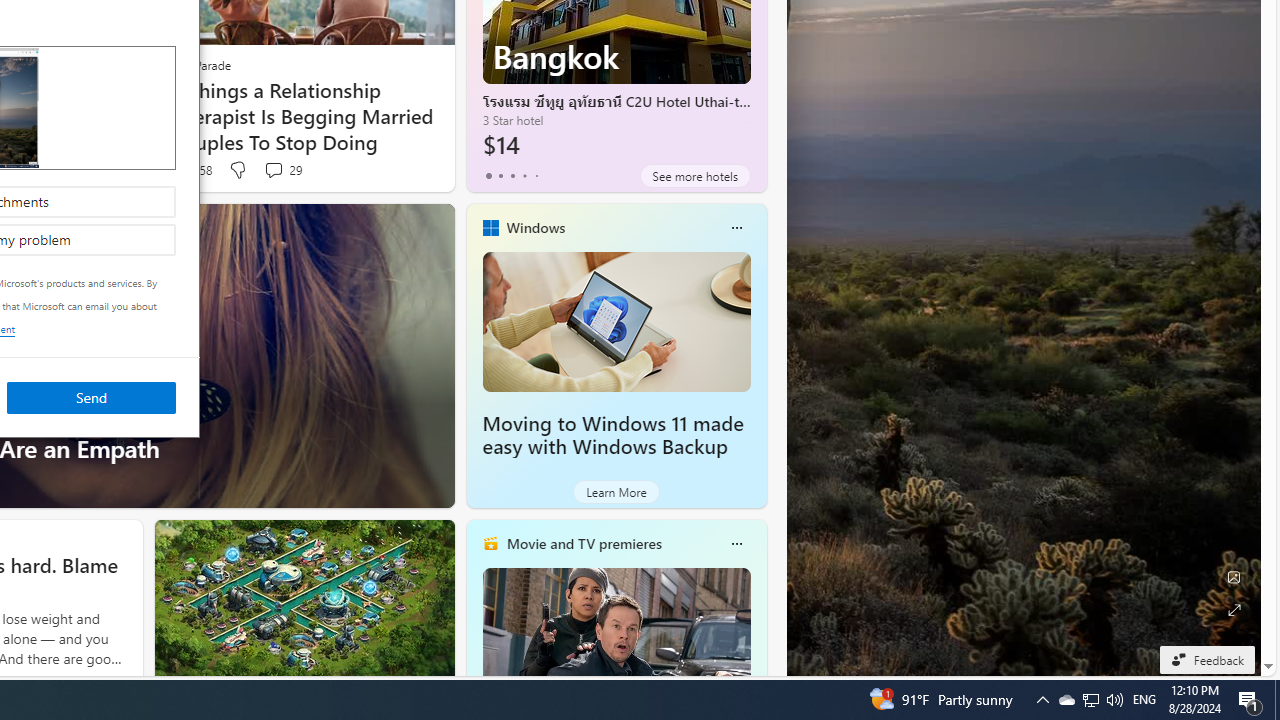 Image resolution: width=1280 pixels, height=720 pixels. I want to click on 'tab-1', so click(500, 175).